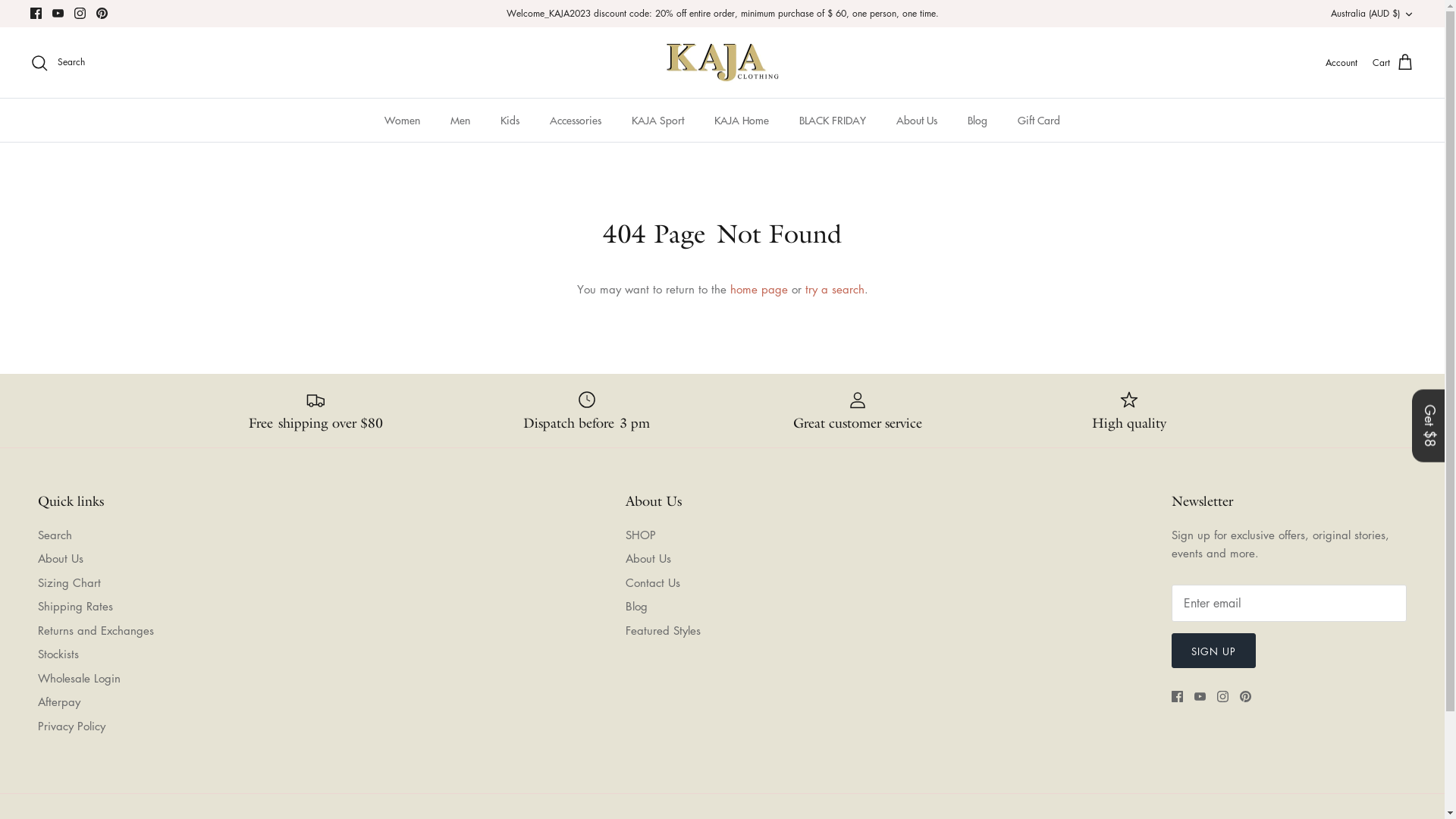  Describe the element at coordinates (459, 119) in the screenshot. I see `'Men'` at that location.